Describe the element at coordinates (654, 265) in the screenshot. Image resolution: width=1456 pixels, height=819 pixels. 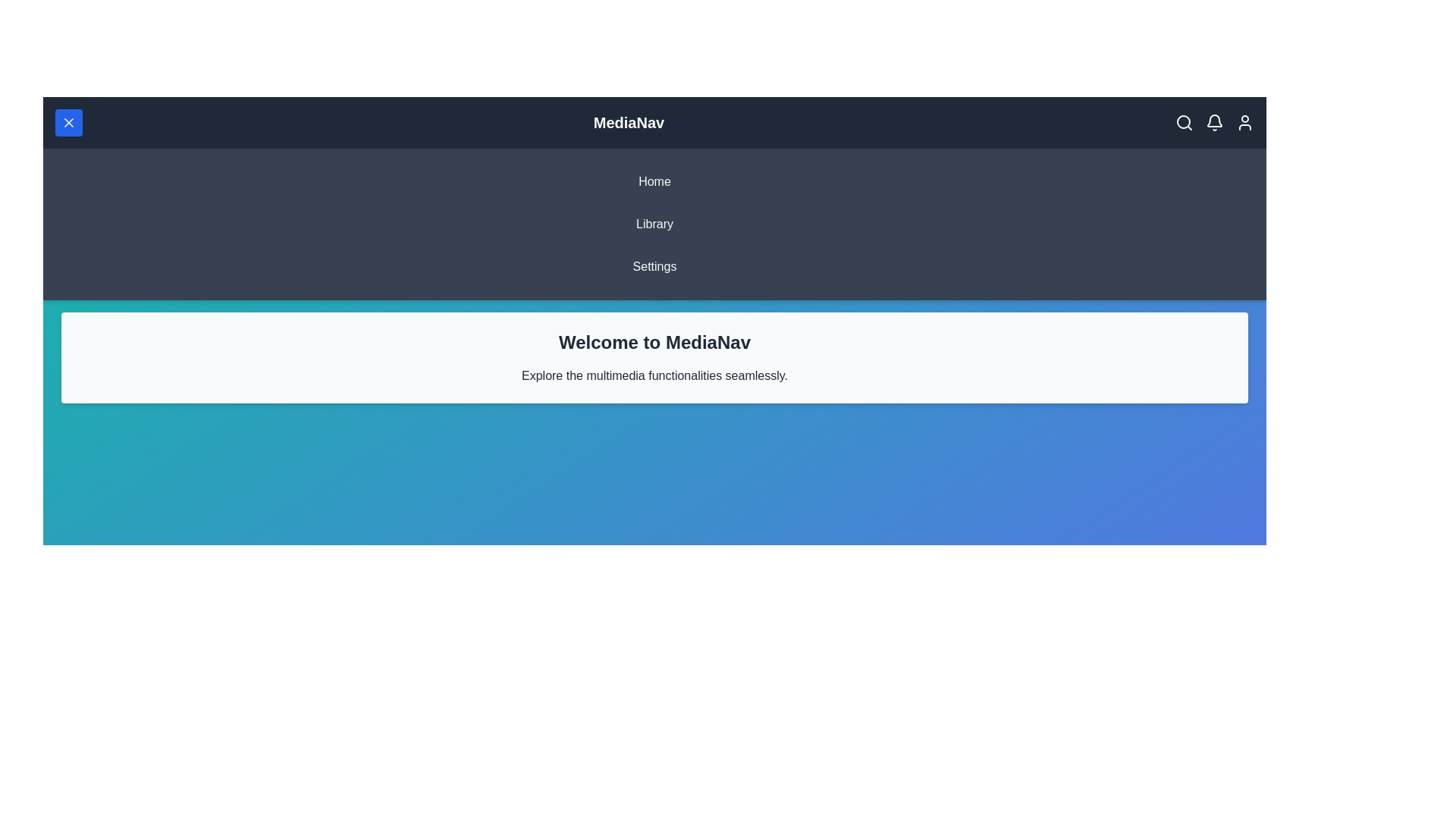
I see `the 'Settings' option in the sidebar menu` at that location.